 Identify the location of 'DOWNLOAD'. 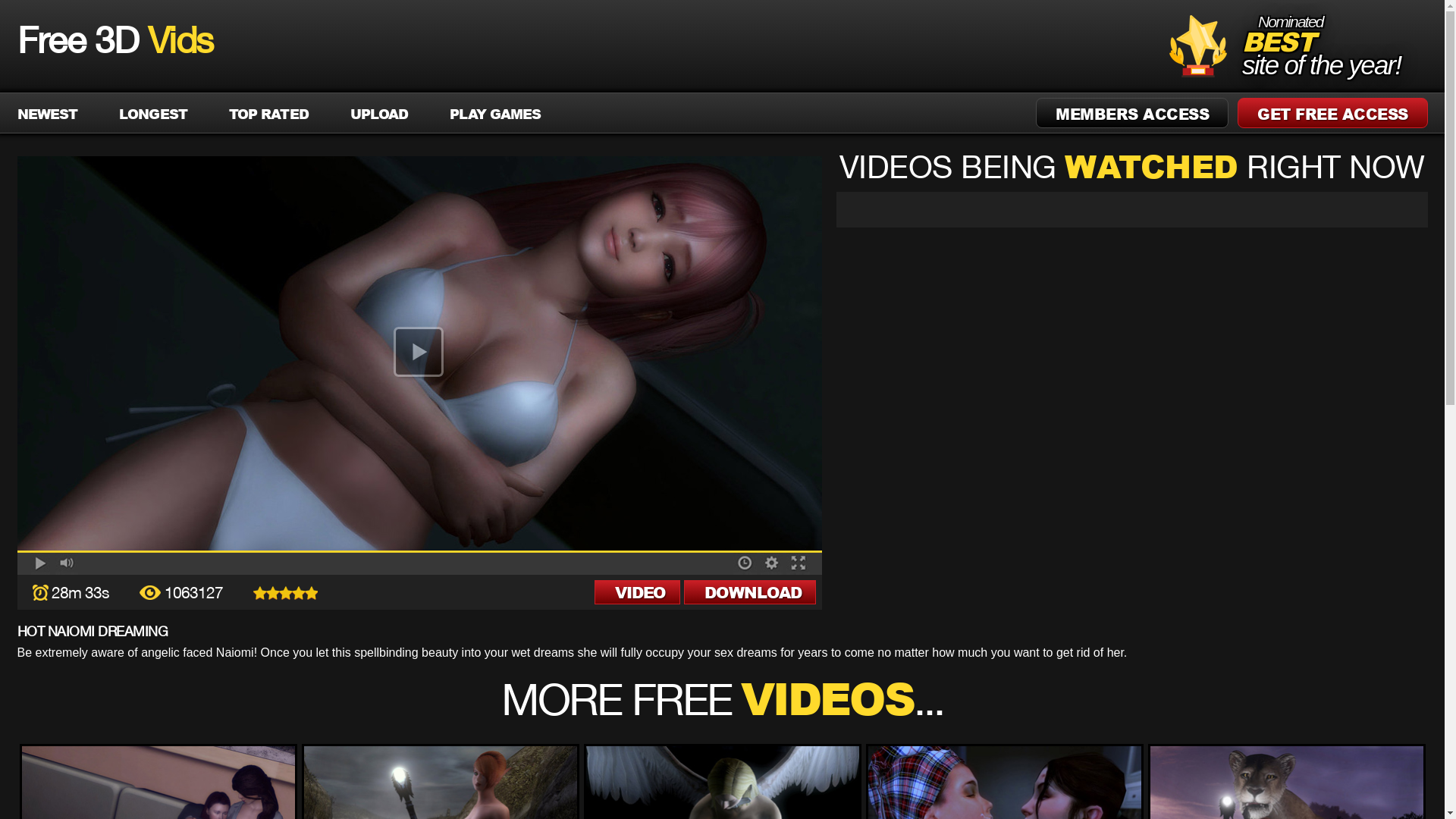
(749, 591).